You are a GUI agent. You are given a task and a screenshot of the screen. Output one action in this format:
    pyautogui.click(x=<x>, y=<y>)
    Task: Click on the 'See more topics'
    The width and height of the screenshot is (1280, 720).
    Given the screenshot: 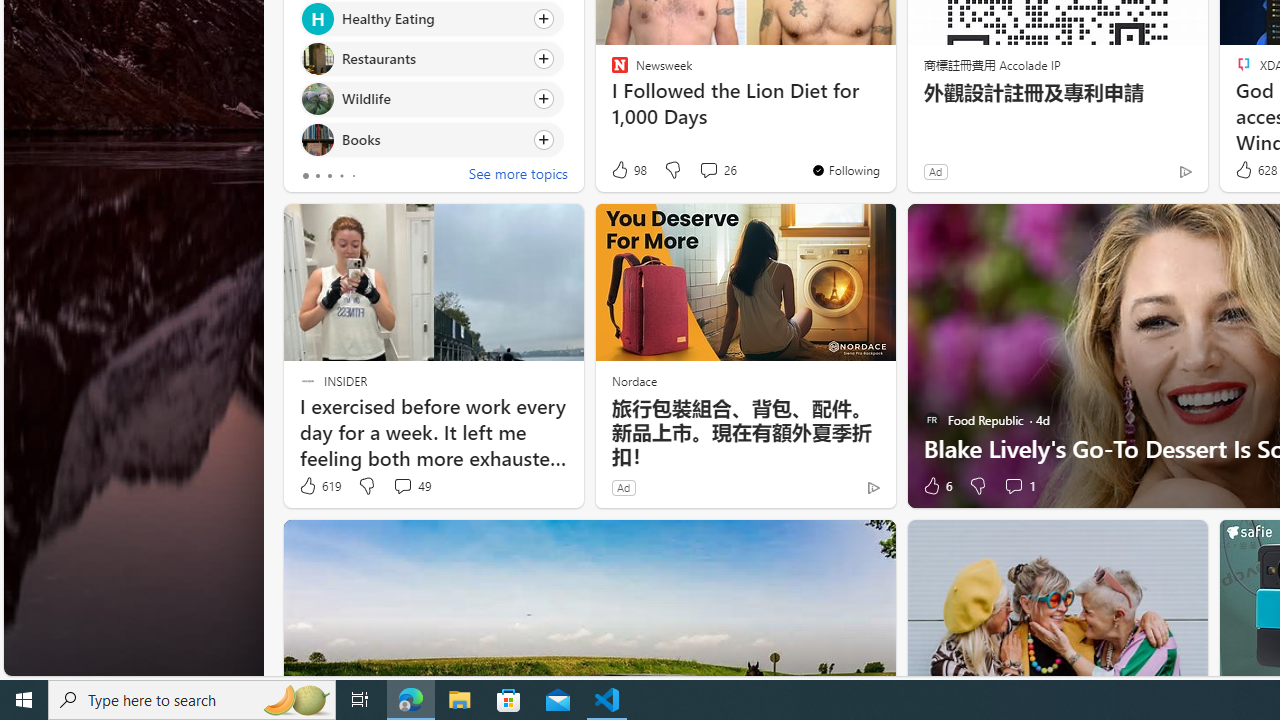 What is the action you would take?
    pyautogui.click(x=518, y=175)
    